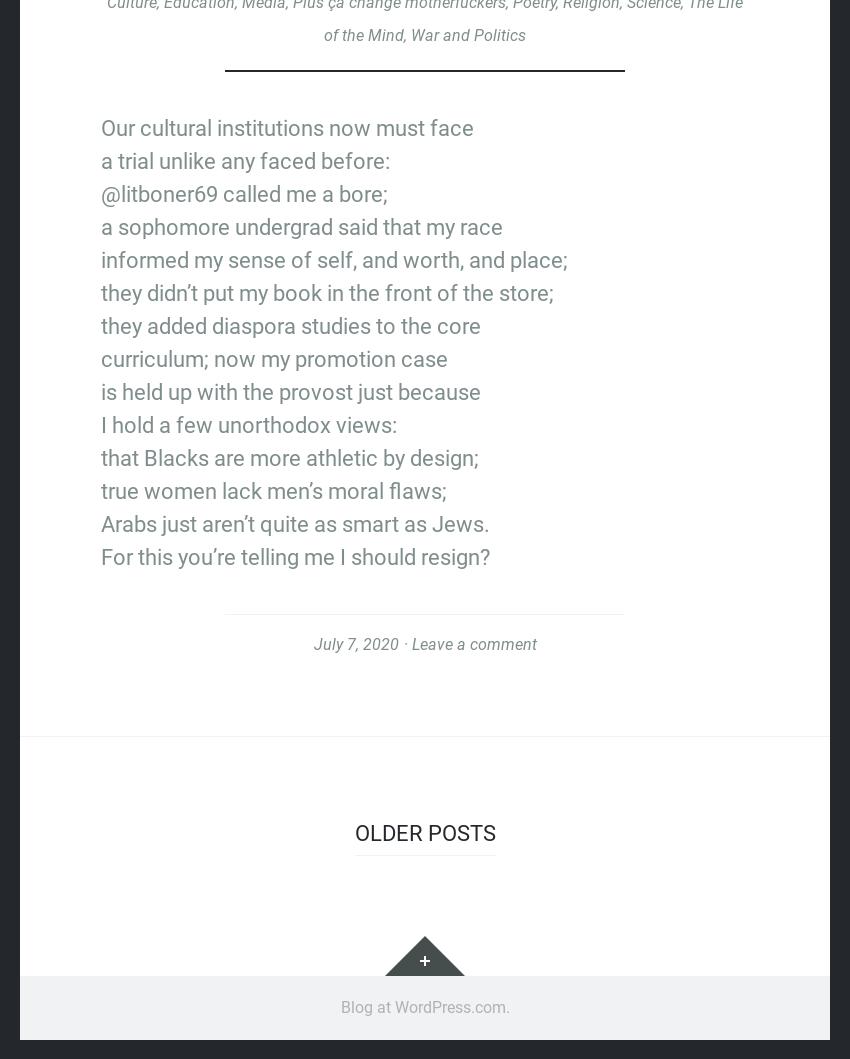 This screenshot has height=1059, width=850. What do you see at coordinates (248, 424) in the screenshot?
I see `'I hold a few unorthodox views:'` at bounding box center [248, 424].